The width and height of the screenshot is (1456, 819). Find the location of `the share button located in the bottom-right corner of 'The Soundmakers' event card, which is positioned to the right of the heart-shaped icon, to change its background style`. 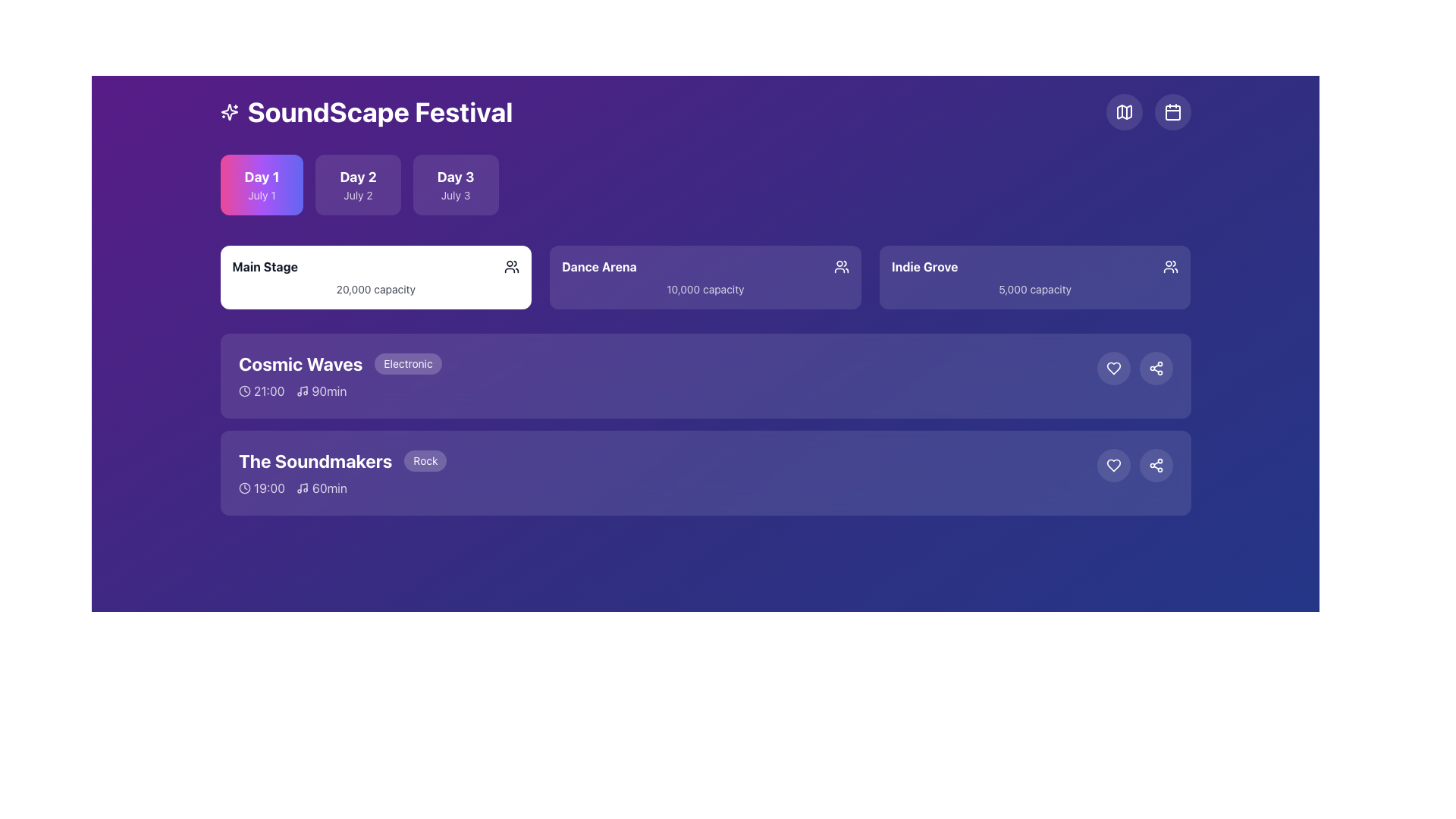

the share button located in the bottom-right corner of 'The Soundmakers' event card, which is positioned to the right of the heart-shaped icon, to change its background style is located at coordinates (1155, 369).